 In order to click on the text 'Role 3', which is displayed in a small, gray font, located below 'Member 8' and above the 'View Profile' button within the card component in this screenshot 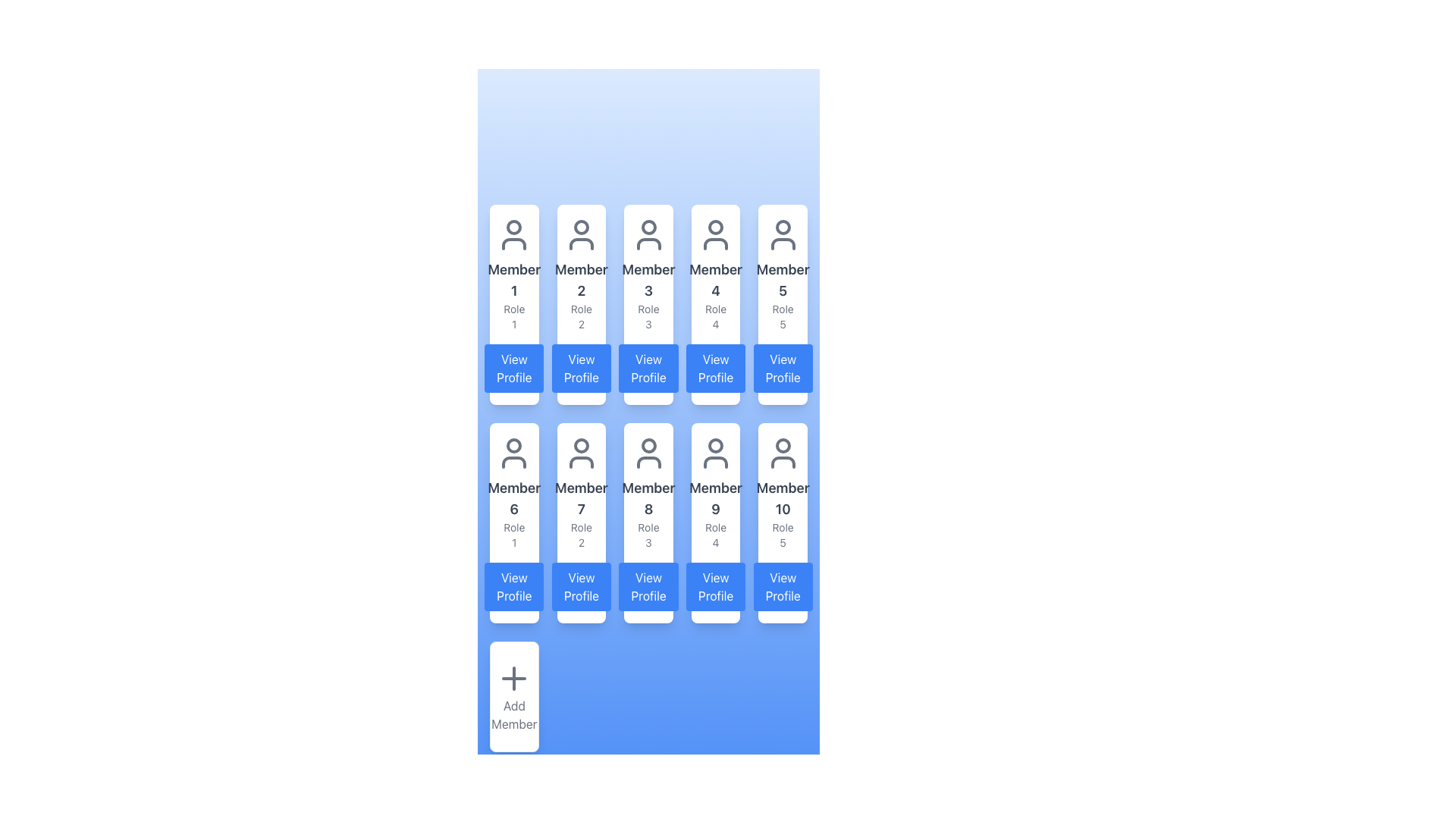, I will do `click(648, 534)`.